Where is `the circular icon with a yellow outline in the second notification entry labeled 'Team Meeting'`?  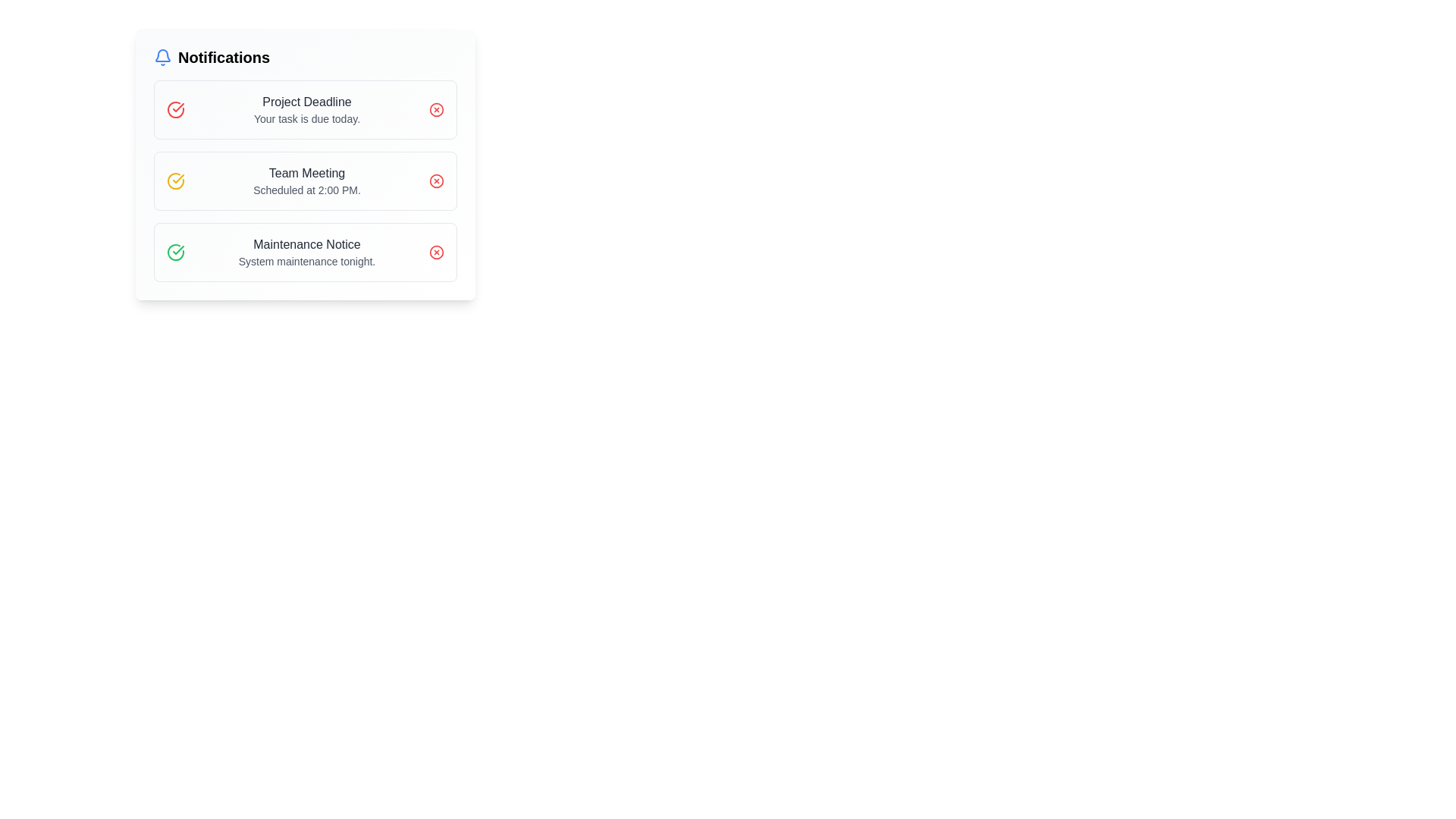 the circular icon with a yellow outline in the second notification entry labeled 'Team Meeting' is located at coordinates (175, 180).